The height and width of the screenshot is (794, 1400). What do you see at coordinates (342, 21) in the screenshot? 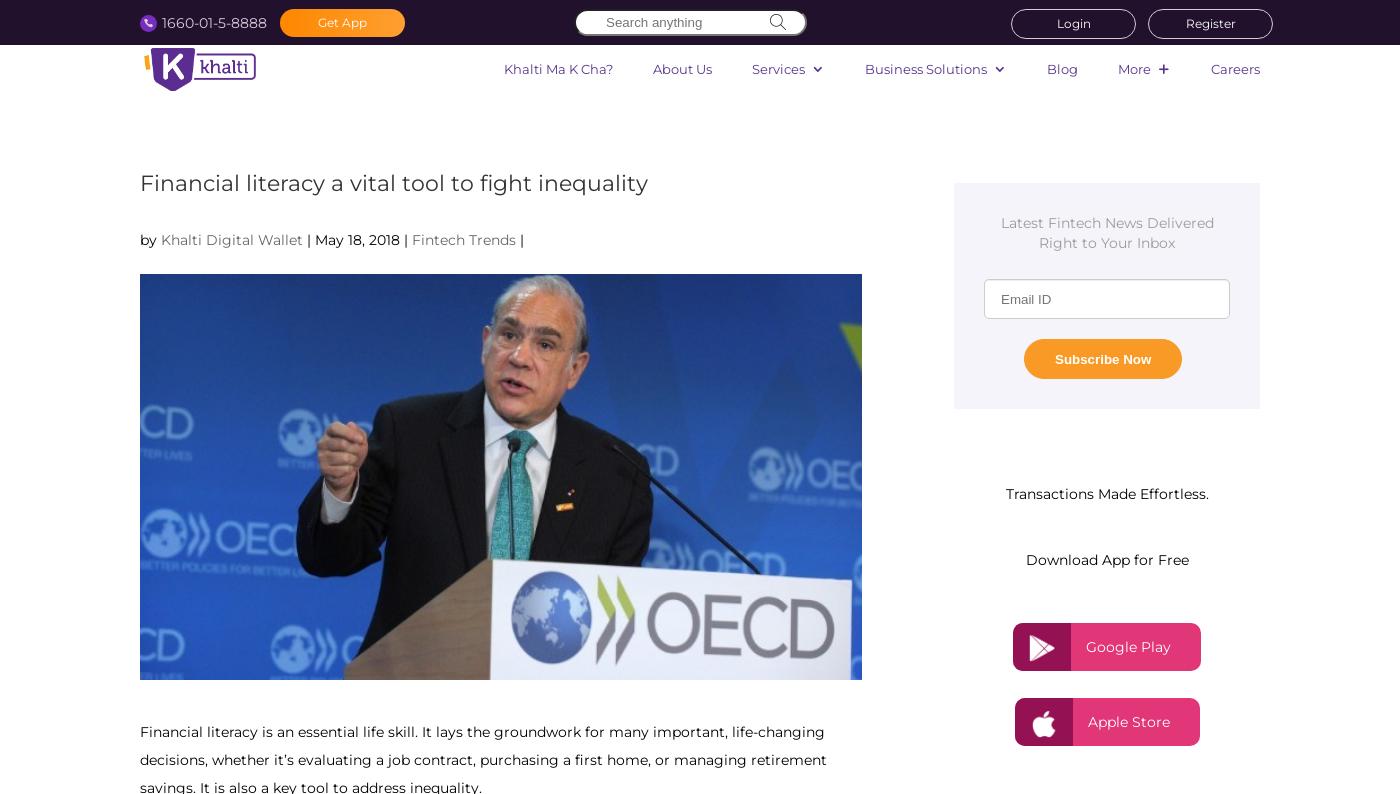
I see `'Get App'` at bounding box center [342, 21].